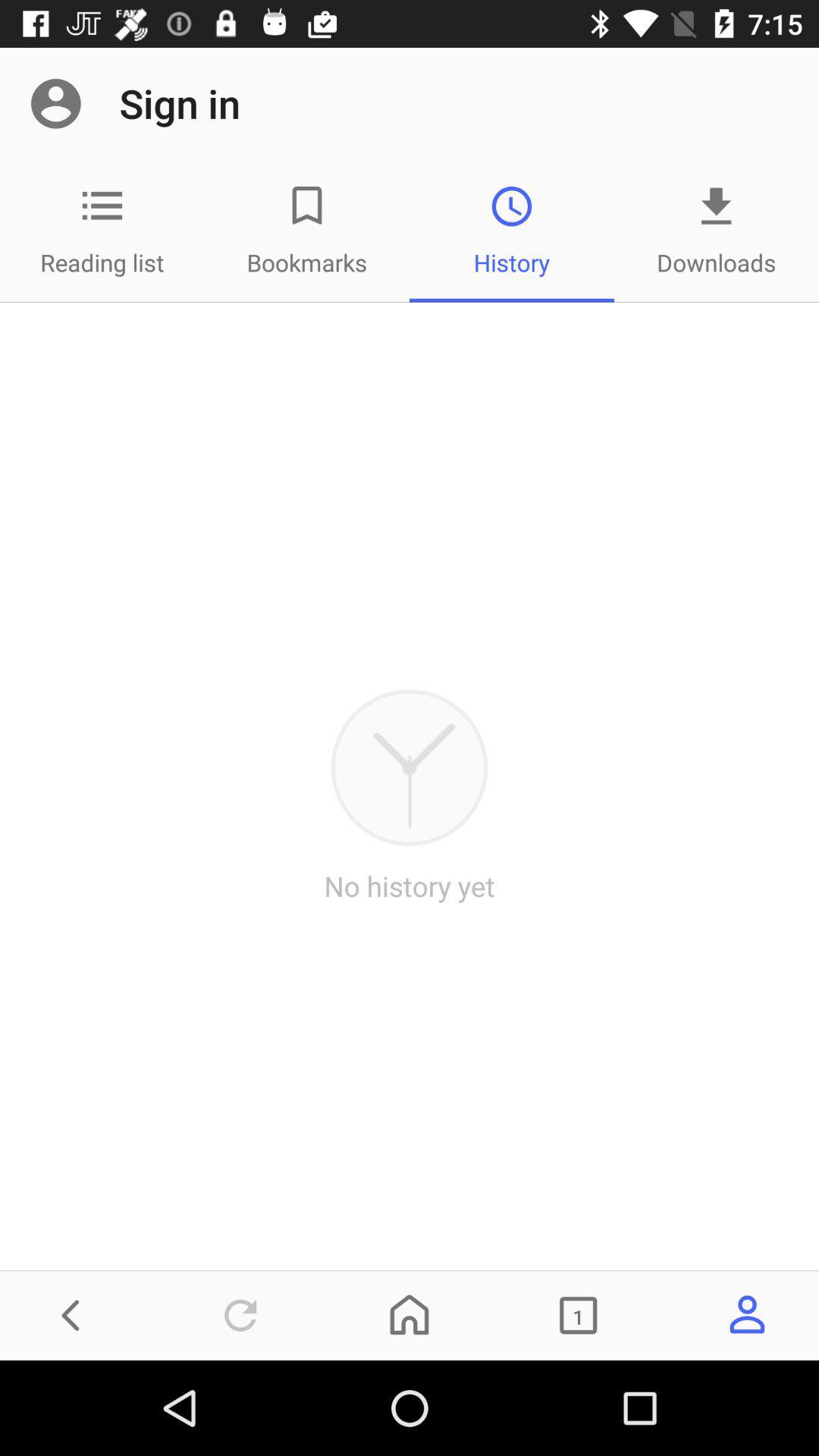 Image resolution: width=819 pixels, height=1456 pixels. What do you see at coordinates (102, 206) in the screenshot?
I see `the button between bookmarks and downloads` at bounding box center [102, 206].